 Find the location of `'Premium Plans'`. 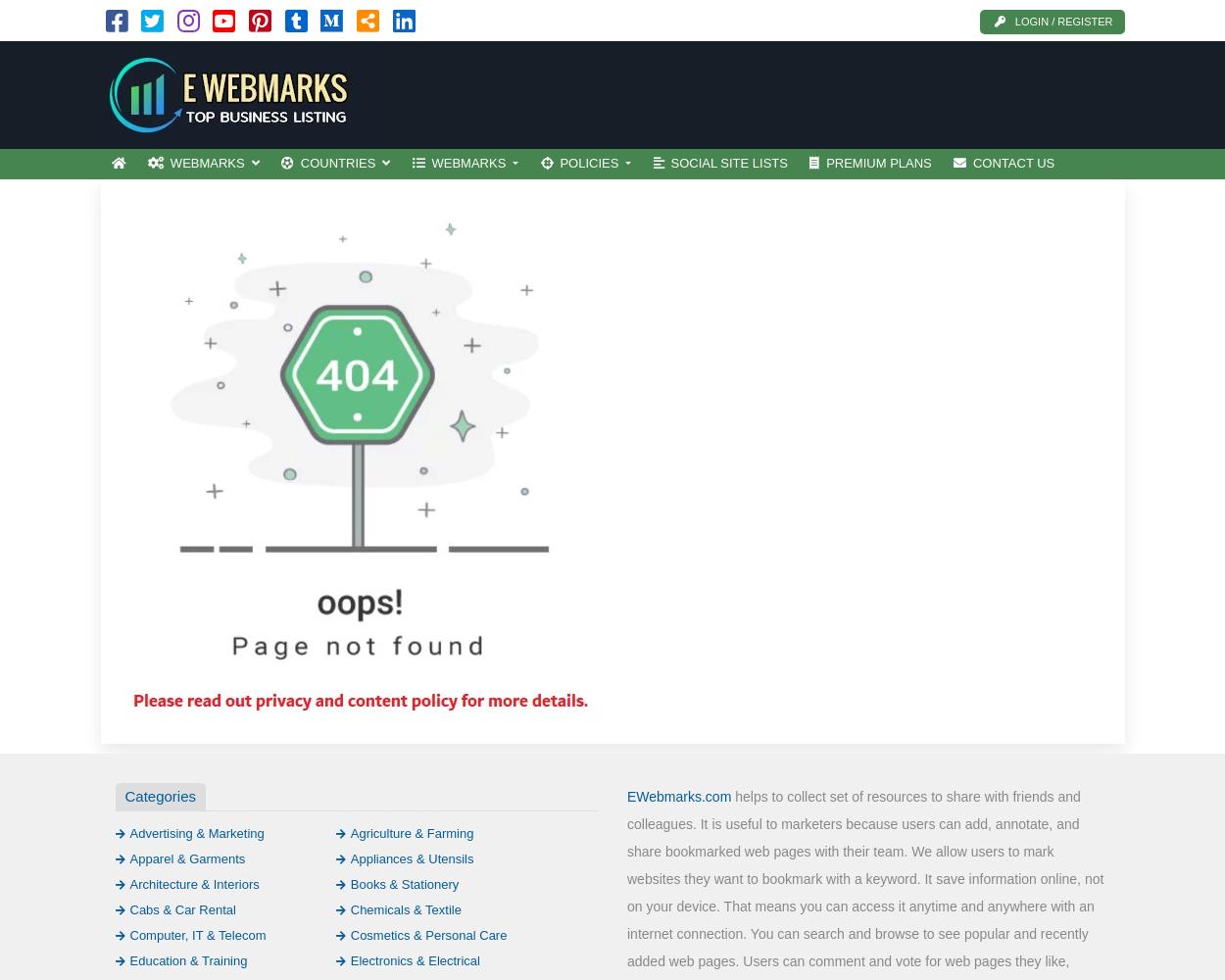

'Premium Plans' is located at coordinates (825, 163).